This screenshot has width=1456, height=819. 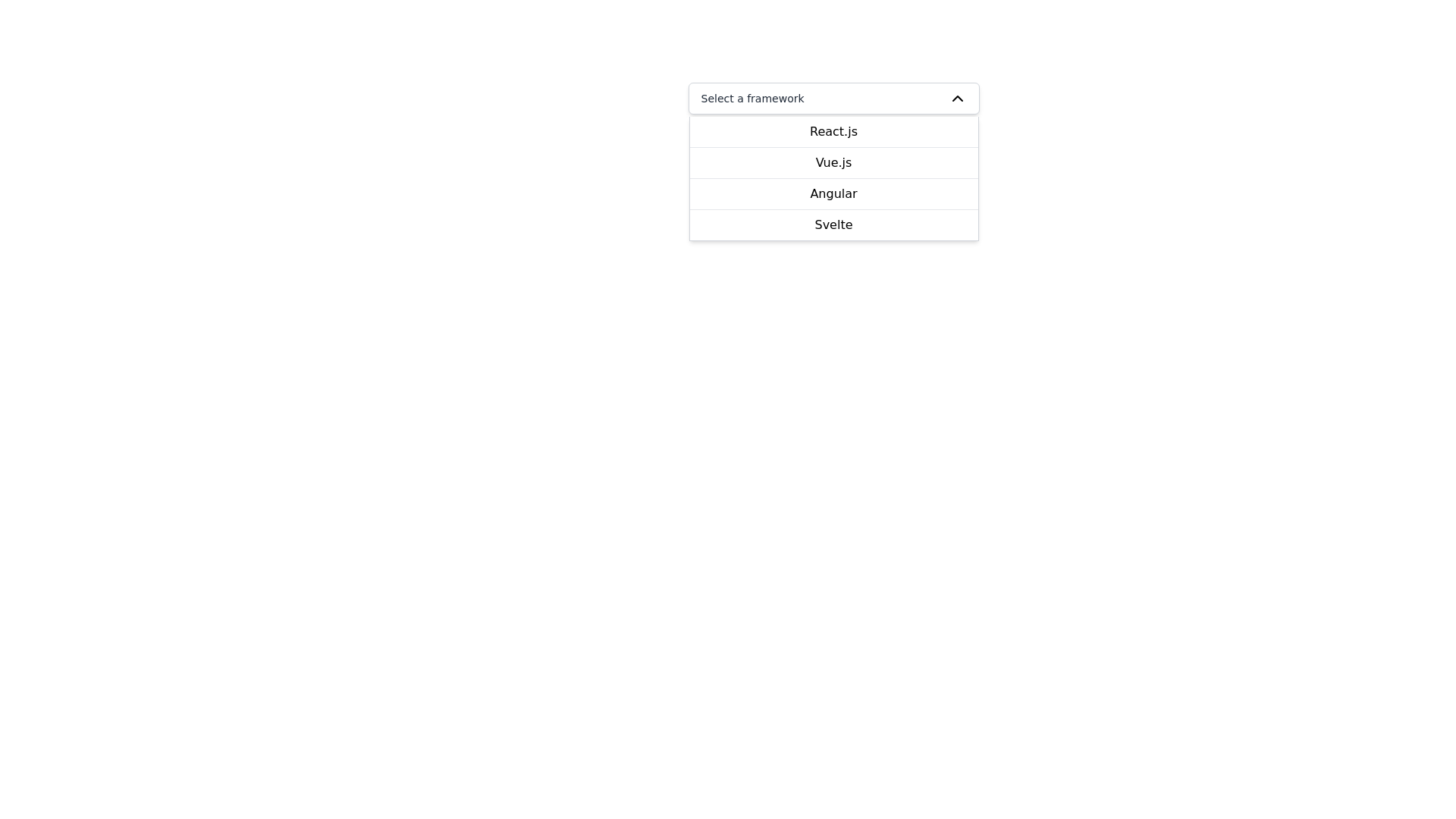 What do you see at coordinates (833, 99) in the screenshot?
I see `the dropdown menu labeled 'Select a framework'` at bounding box center [833, 99].